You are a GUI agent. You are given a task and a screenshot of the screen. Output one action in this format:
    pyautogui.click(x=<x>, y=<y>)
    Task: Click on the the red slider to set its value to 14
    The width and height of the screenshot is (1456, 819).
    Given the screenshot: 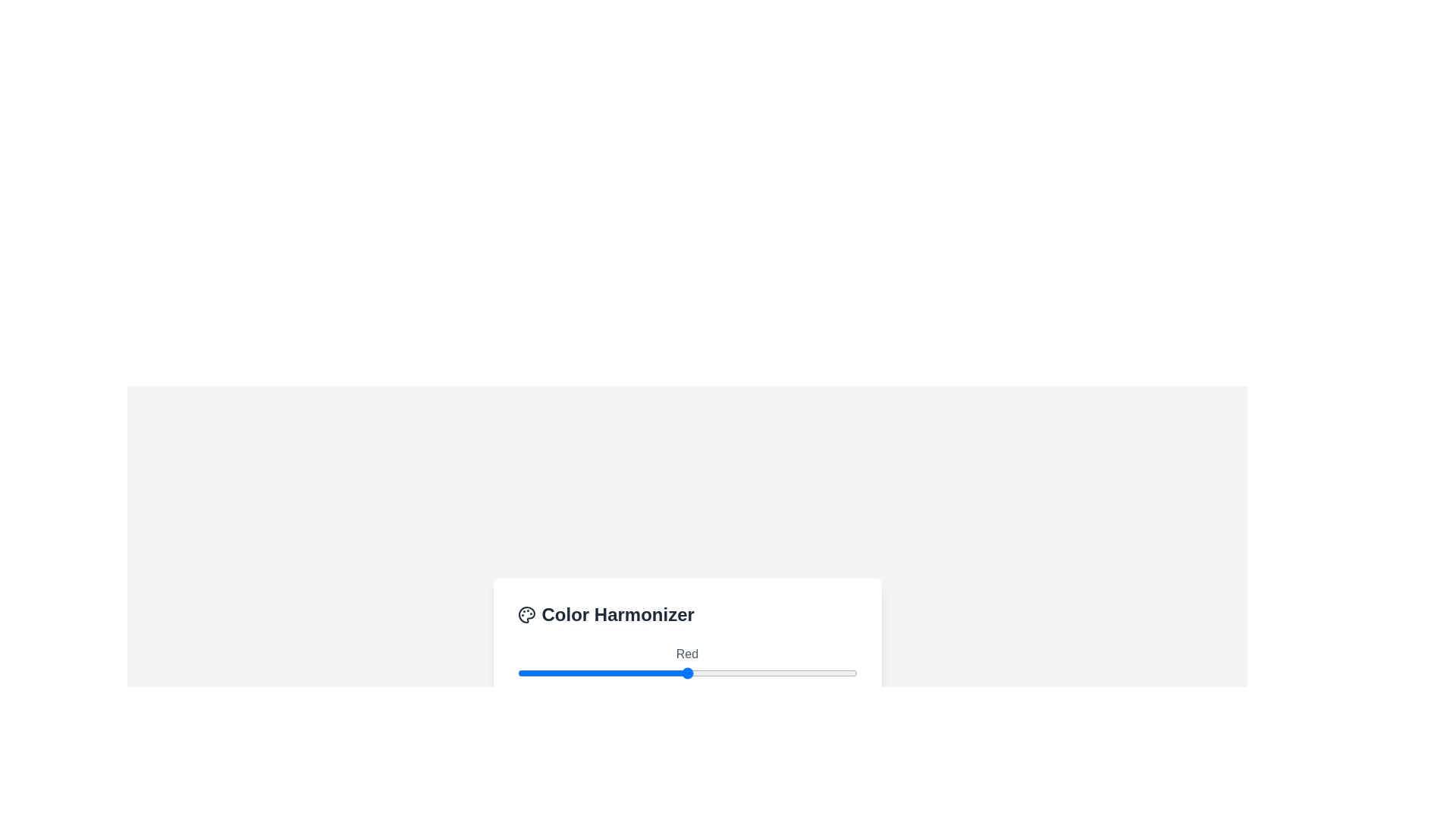 What is the action you would take?
    pyautogui.click(x=536, y=672)
    